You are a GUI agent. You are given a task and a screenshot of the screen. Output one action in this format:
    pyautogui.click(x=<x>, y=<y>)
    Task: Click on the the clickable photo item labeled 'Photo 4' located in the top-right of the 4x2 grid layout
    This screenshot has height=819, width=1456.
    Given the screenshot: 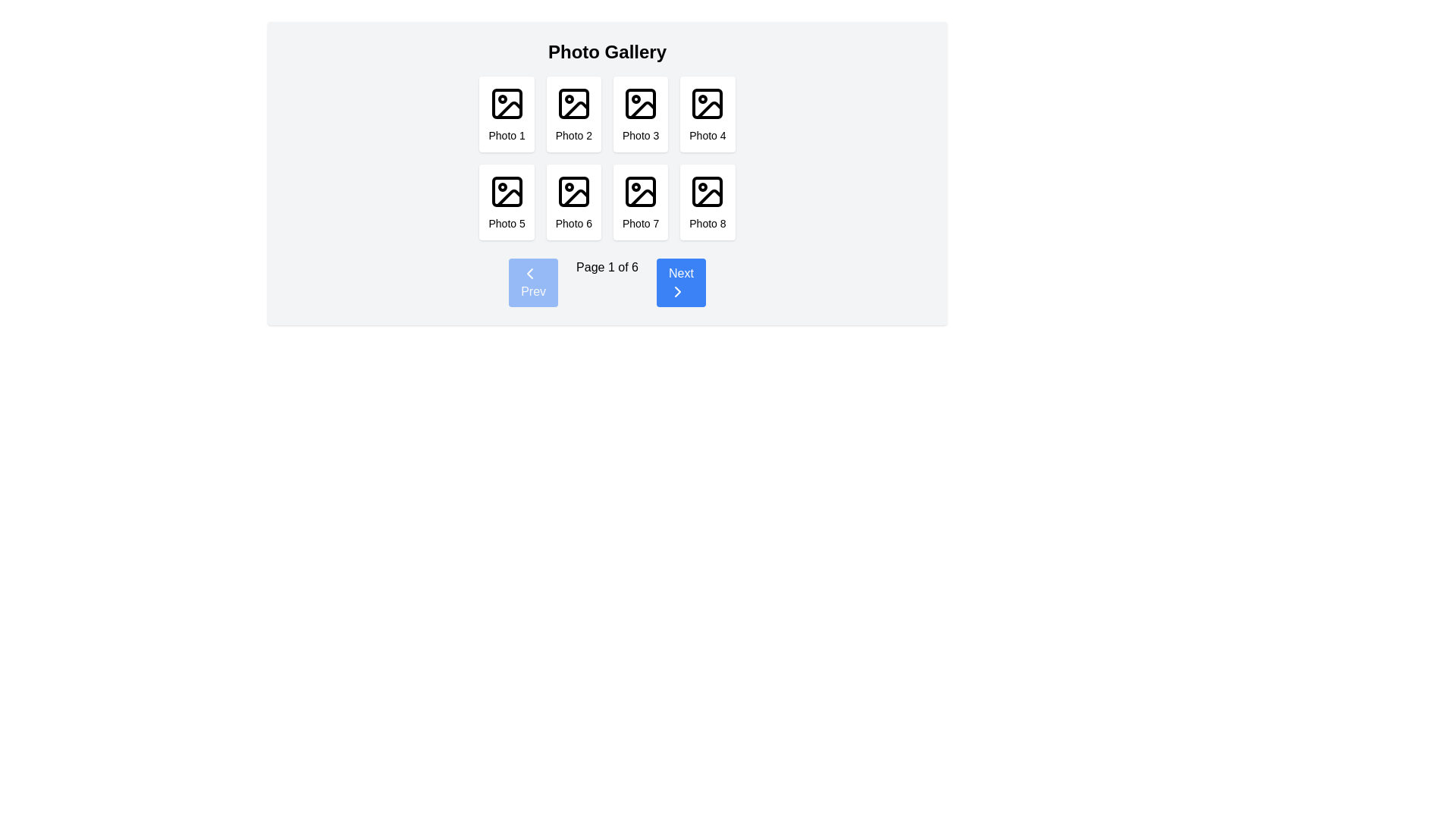 What is the action you would take?
    pyautogui.click(x=707, y=113)
    